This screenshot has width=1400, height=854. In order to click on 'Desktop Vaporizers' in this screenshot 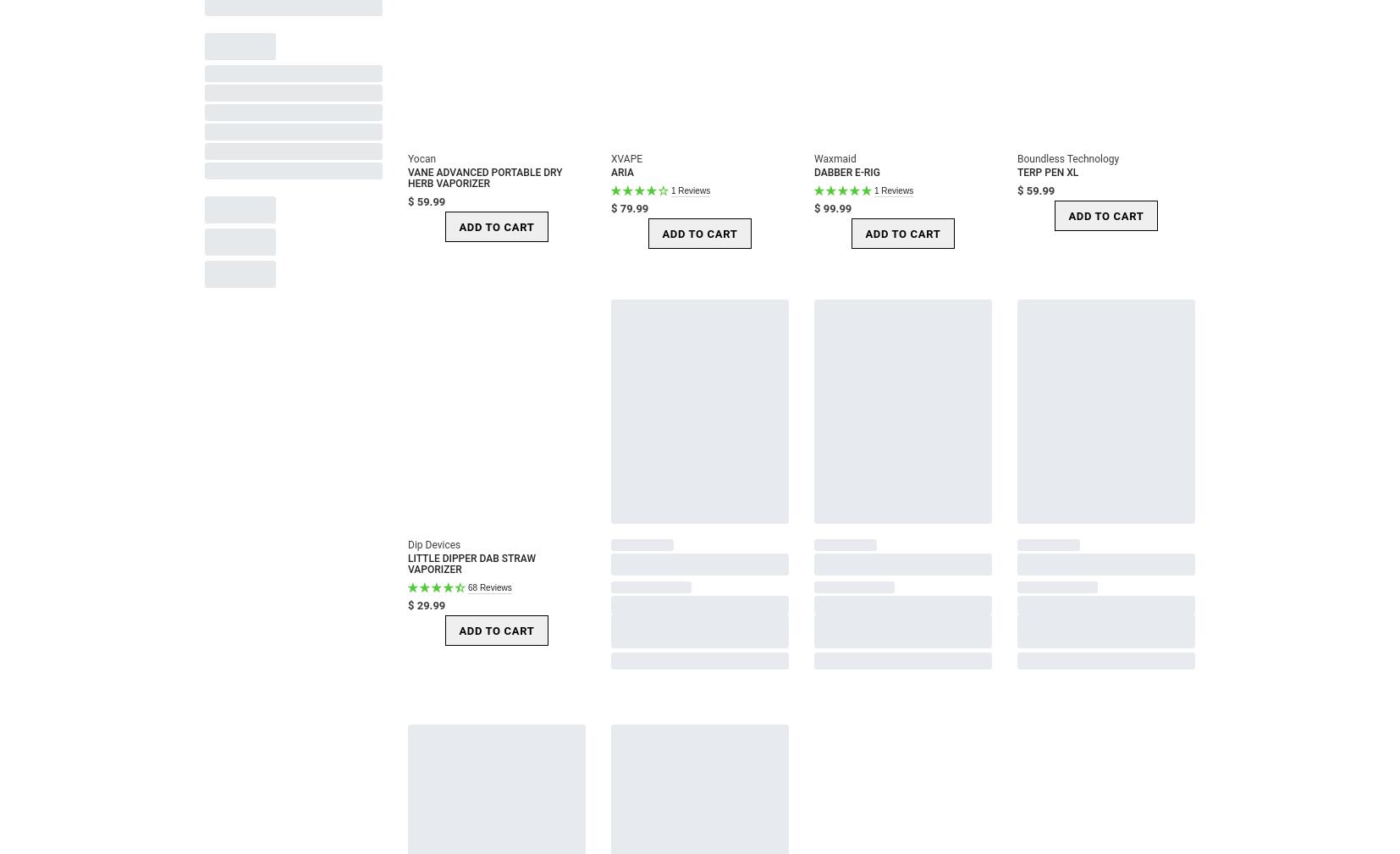, I will do `click(278, 80)`.